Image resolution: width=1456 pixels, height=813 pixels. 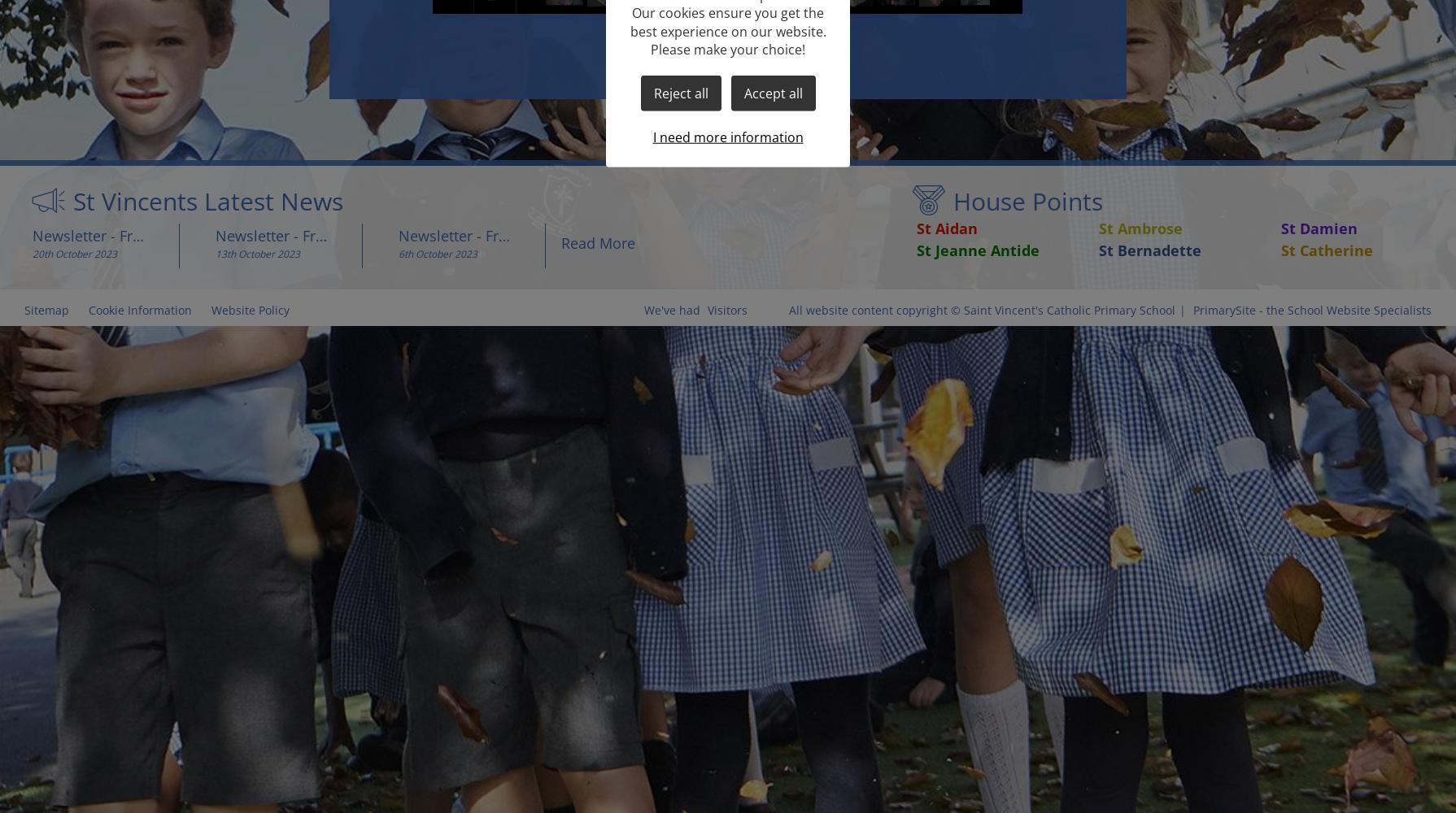 What do you see at coordinates (523, 235) in the screenshot?
I see `'Newsletter - Friday 6th October 2023'` at bounding box center [523, 235].